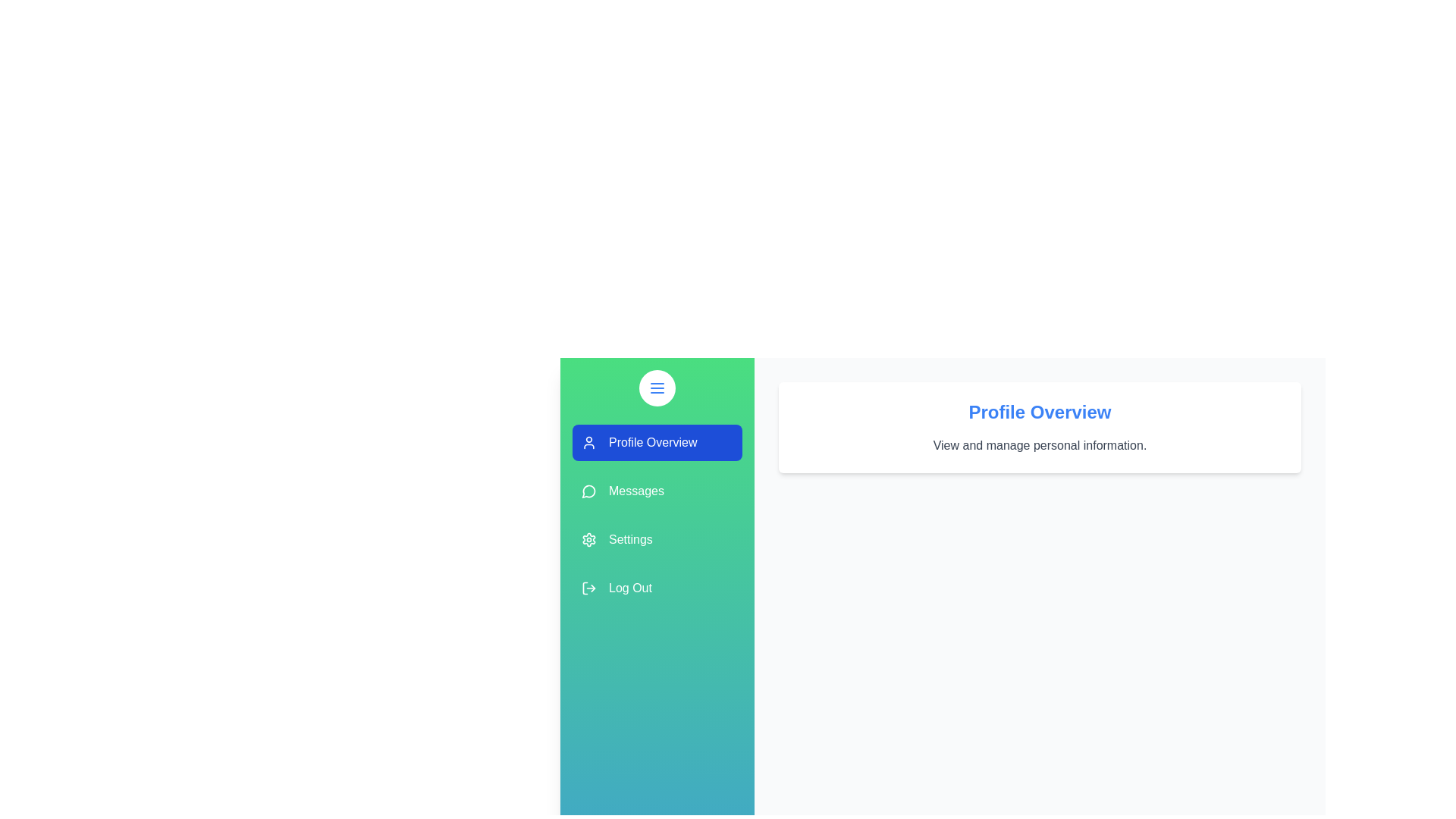 The image size is (1456, 819). I want to click on the menu item Messages to observe its visual feedback, so click(657, 491).